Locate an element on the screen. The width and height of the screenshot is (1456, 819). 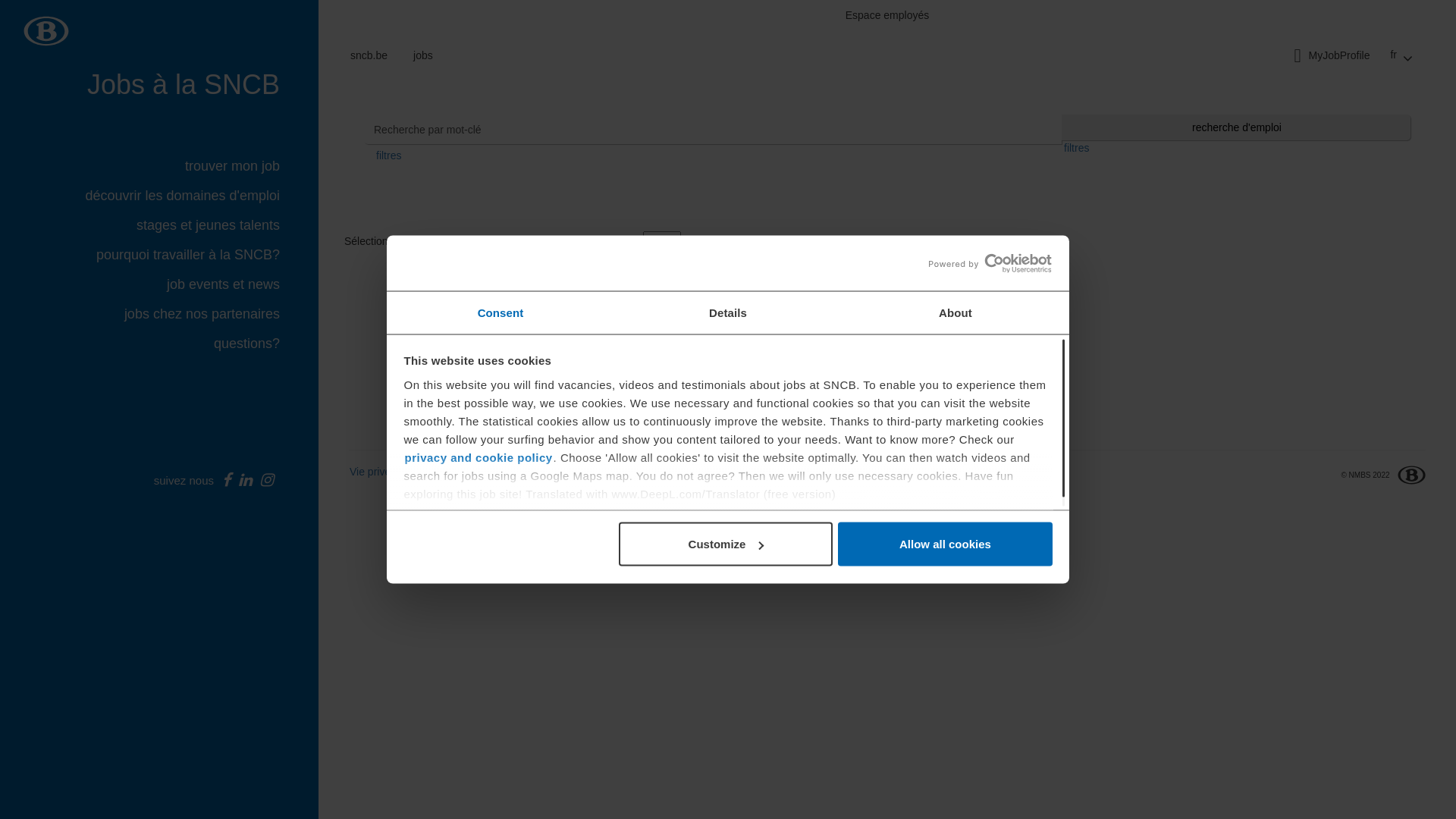
'jobs' is located at coordinates (422, 55).